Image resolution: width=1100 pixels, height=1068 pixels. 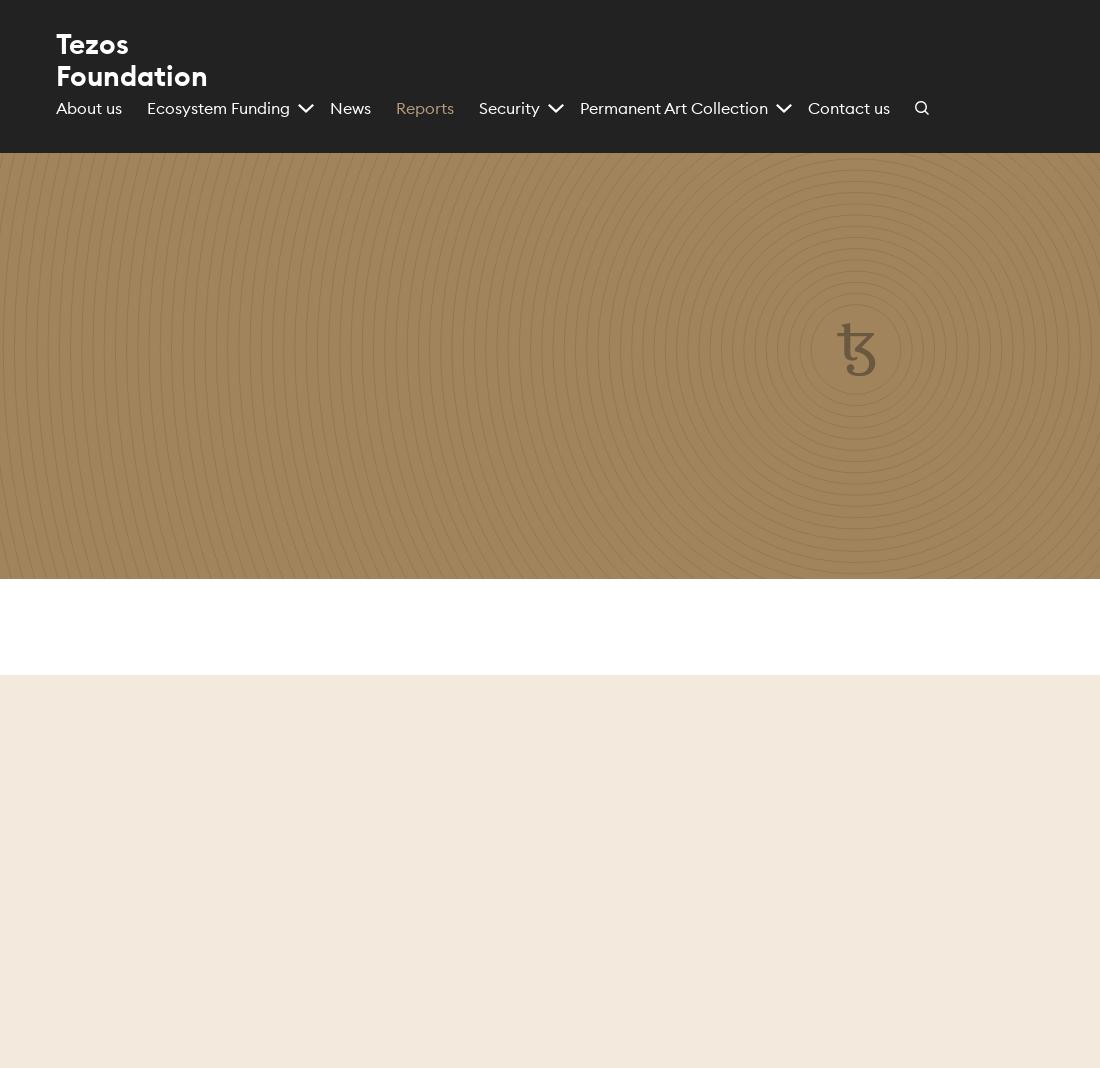 I want to click on 'use of cookies', so click(x=109, y=949).